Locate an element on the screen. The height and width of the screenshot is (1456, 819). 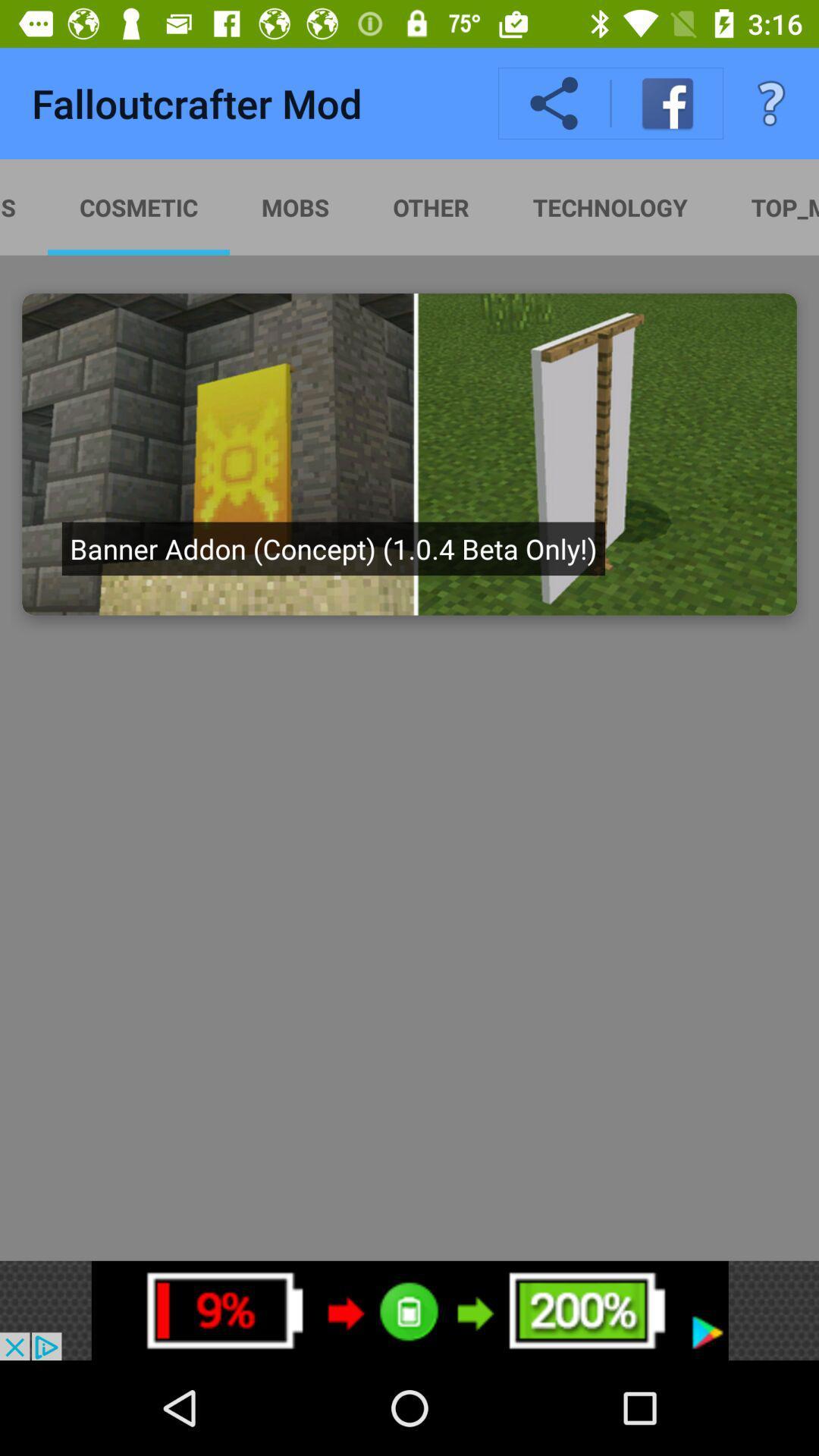
game is located at coordinates (409, 453).